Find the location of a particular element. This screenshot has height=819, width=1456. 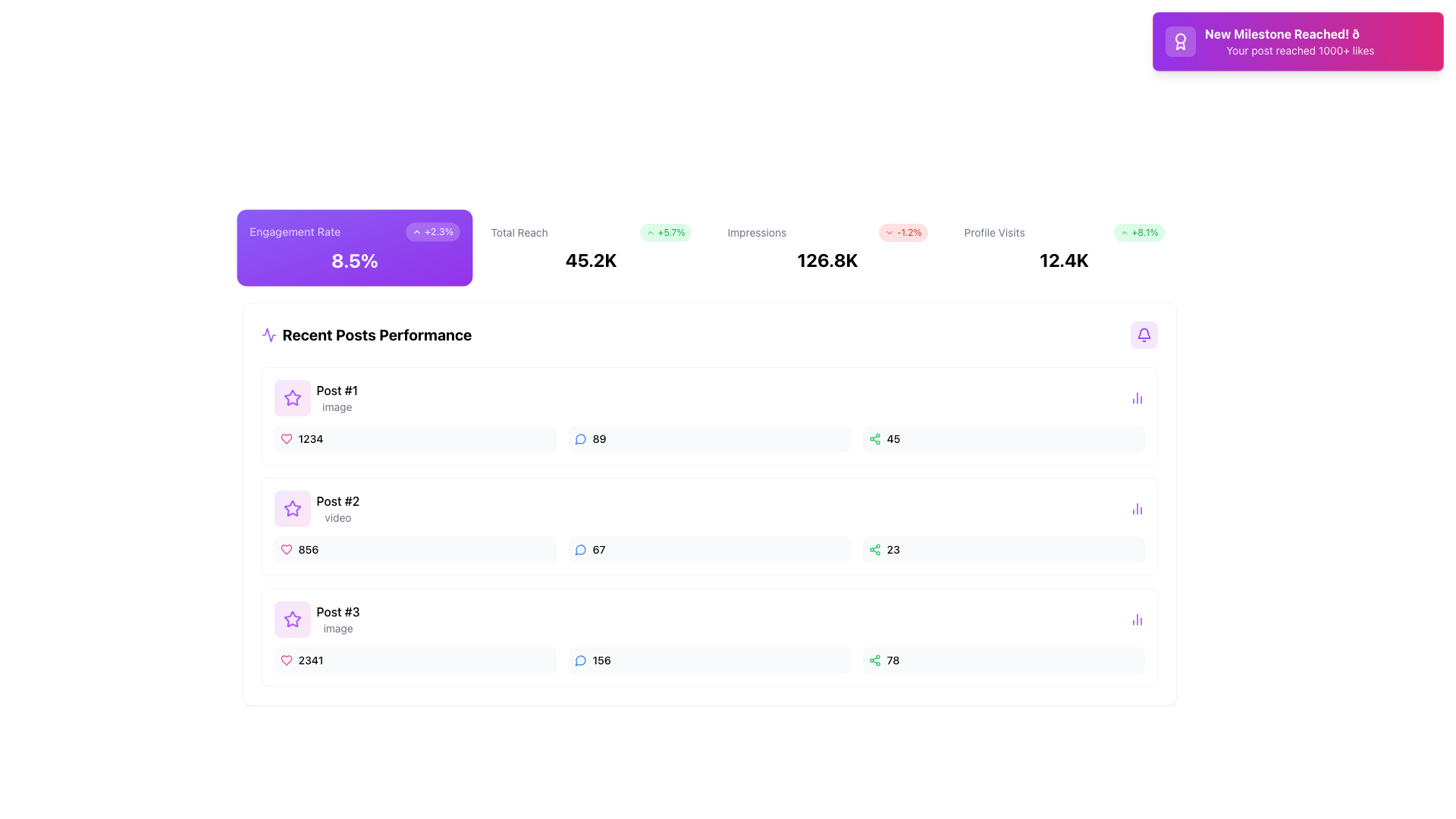

the star icon in the 'Recent Posts Performance' section, which is located to the left of 'Post #2' and above the heart icon with the number '856' is located at coordinates (292, 397).